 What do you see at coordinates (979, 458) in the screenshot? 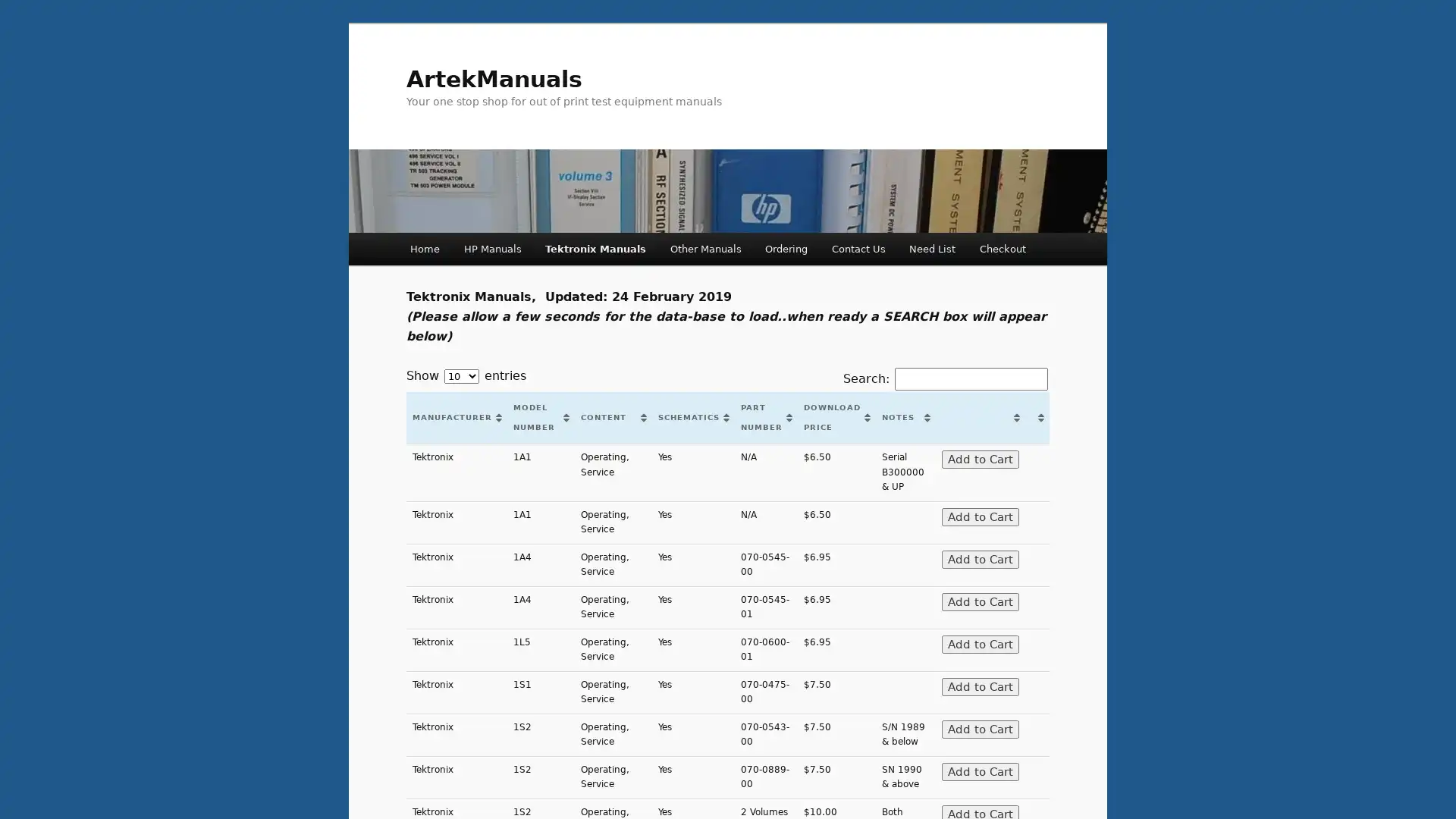
I see `Add to Cart` at bounding box center [979, 458].